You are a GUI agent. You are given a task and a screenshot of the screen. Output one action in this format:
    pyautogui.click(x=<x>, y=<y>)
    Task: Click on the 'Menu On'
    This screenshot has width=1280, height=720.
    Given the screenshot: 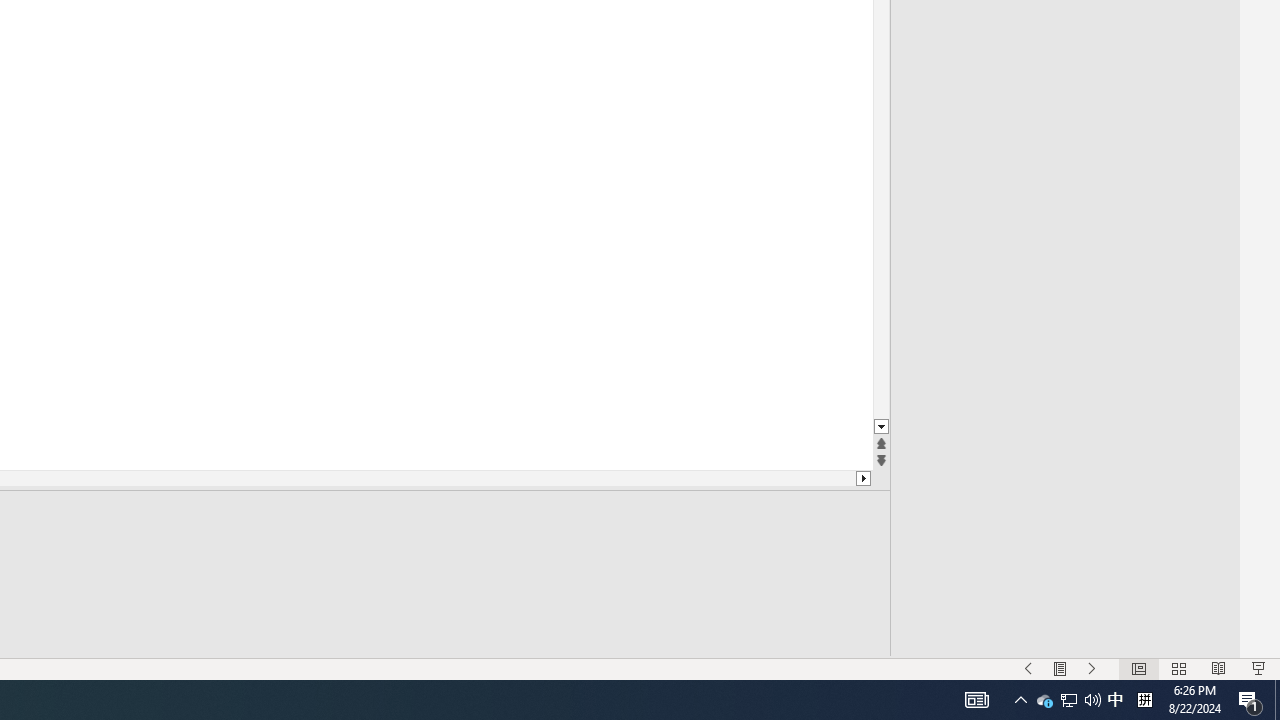 What is the action you would take?
    pyautogui.click(x=1059, y=669)
    